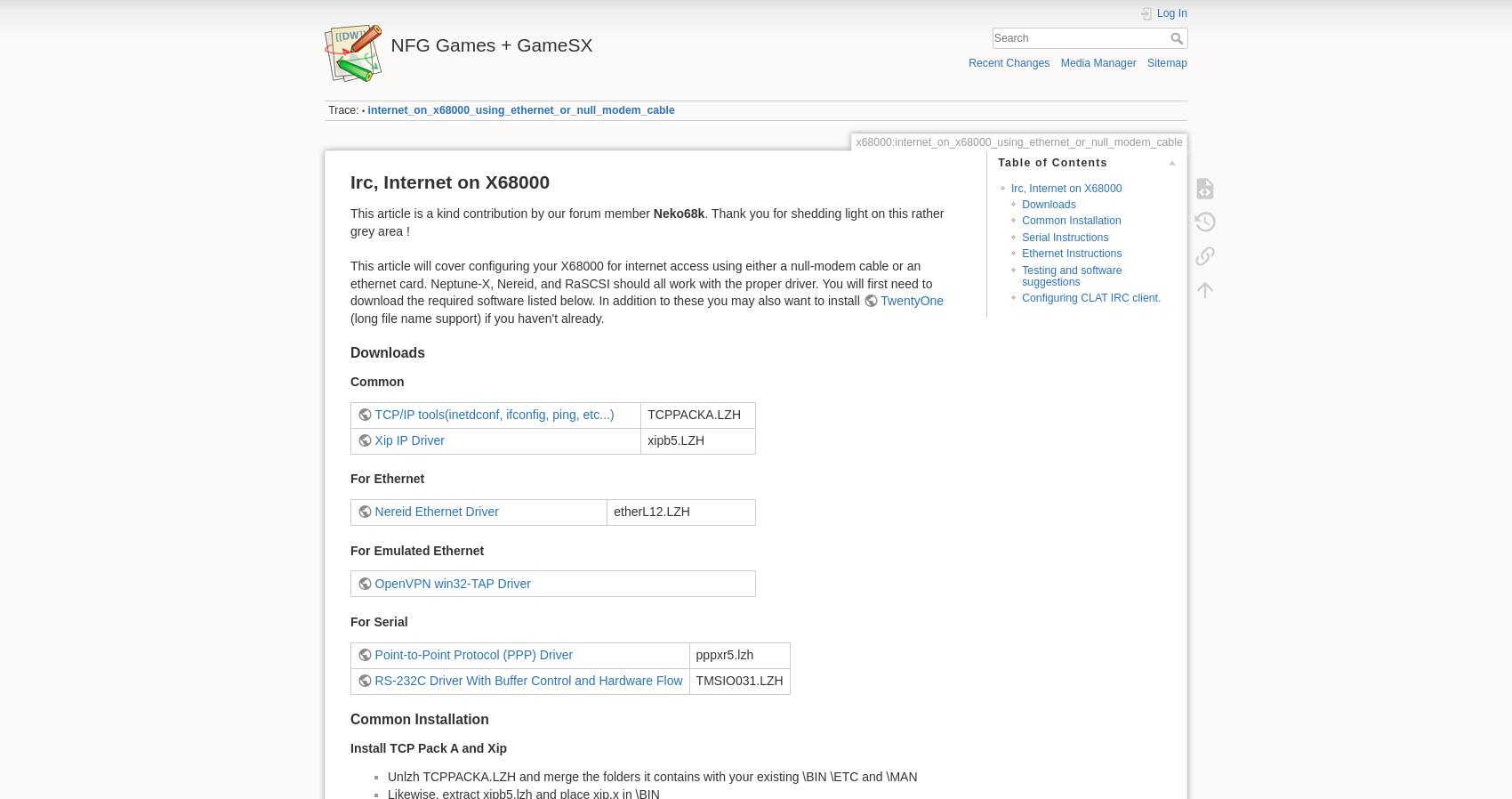  I want to click on 'For Serial', so click(379, 621).